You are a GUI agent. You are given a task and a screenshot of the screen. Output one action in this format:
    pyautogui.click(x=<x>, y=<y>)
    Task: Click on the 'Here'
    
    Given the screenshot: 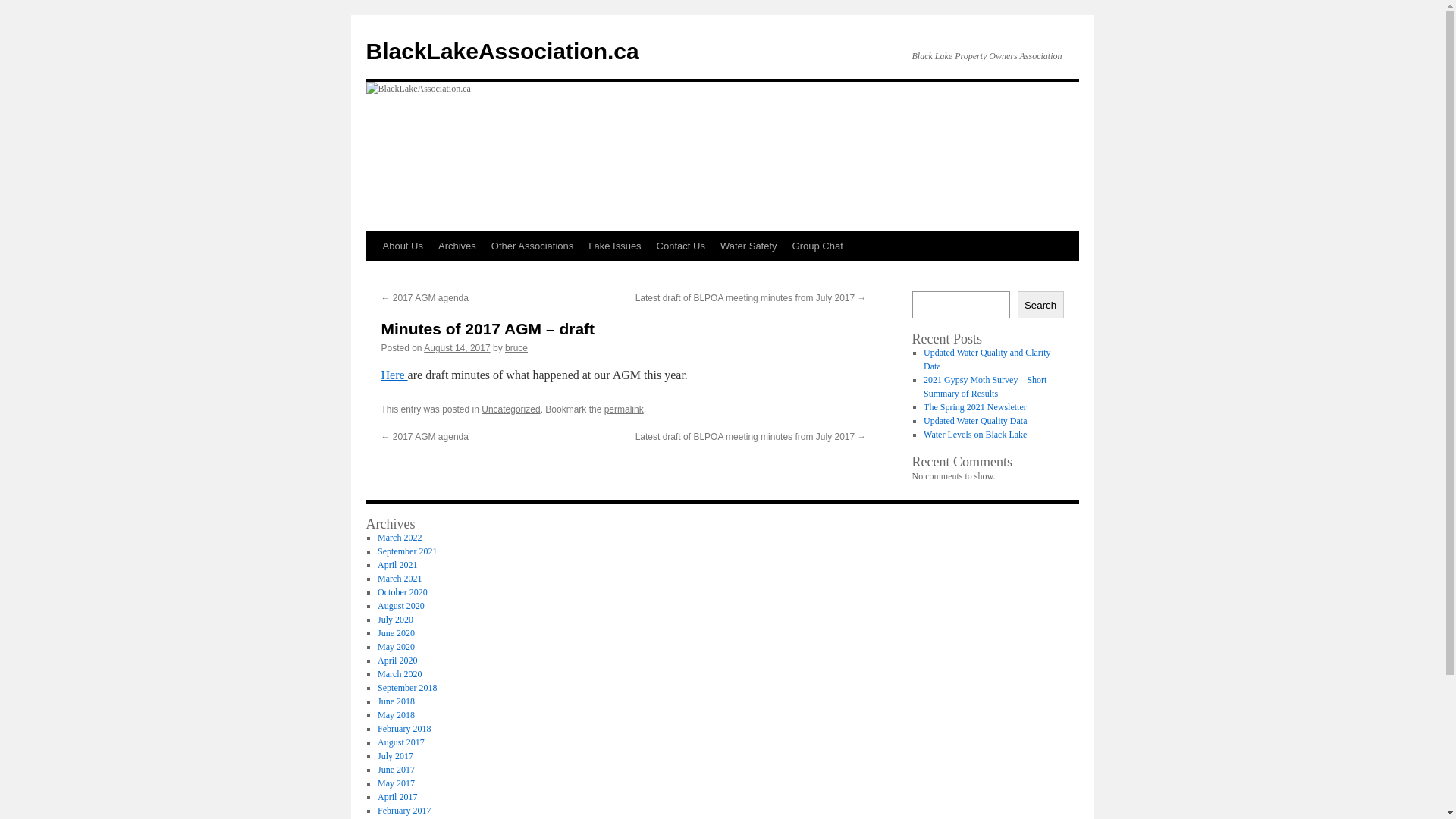 What is the action you would take?
    pyautogui.click(x=381, y=375)
    